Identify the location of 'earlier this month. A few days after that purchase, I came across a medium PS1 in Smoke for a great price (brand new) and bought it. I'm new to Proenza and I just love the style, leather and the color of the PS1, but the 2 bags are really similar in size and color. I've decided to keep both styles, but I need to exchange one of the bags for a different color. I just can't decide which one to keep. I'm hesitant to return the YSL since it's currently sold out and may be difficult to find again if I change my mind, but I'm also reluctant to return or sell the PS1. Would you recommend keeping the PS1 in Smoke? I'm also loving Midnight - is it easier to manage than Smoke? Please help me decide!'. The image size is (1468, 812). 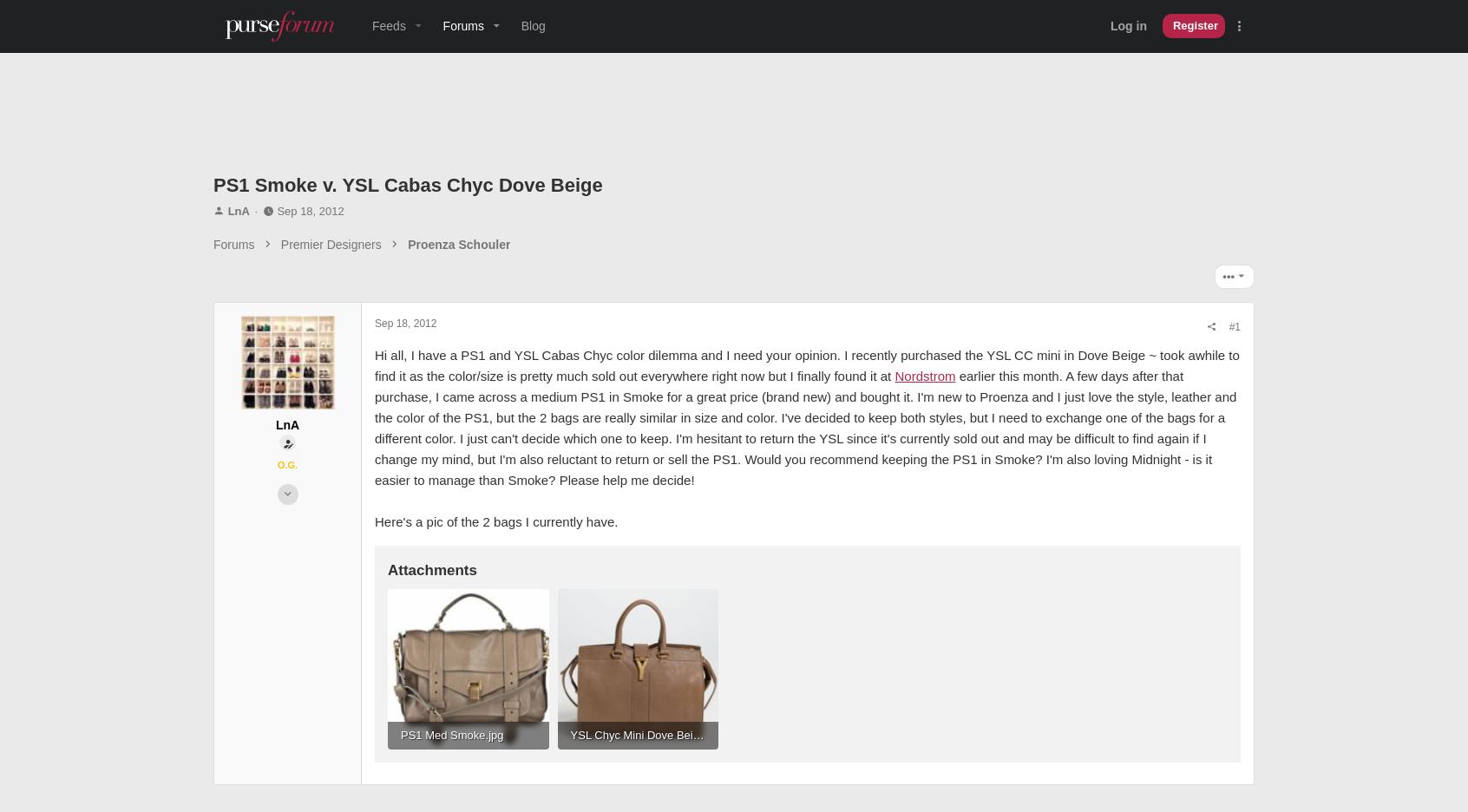
(373, 468).